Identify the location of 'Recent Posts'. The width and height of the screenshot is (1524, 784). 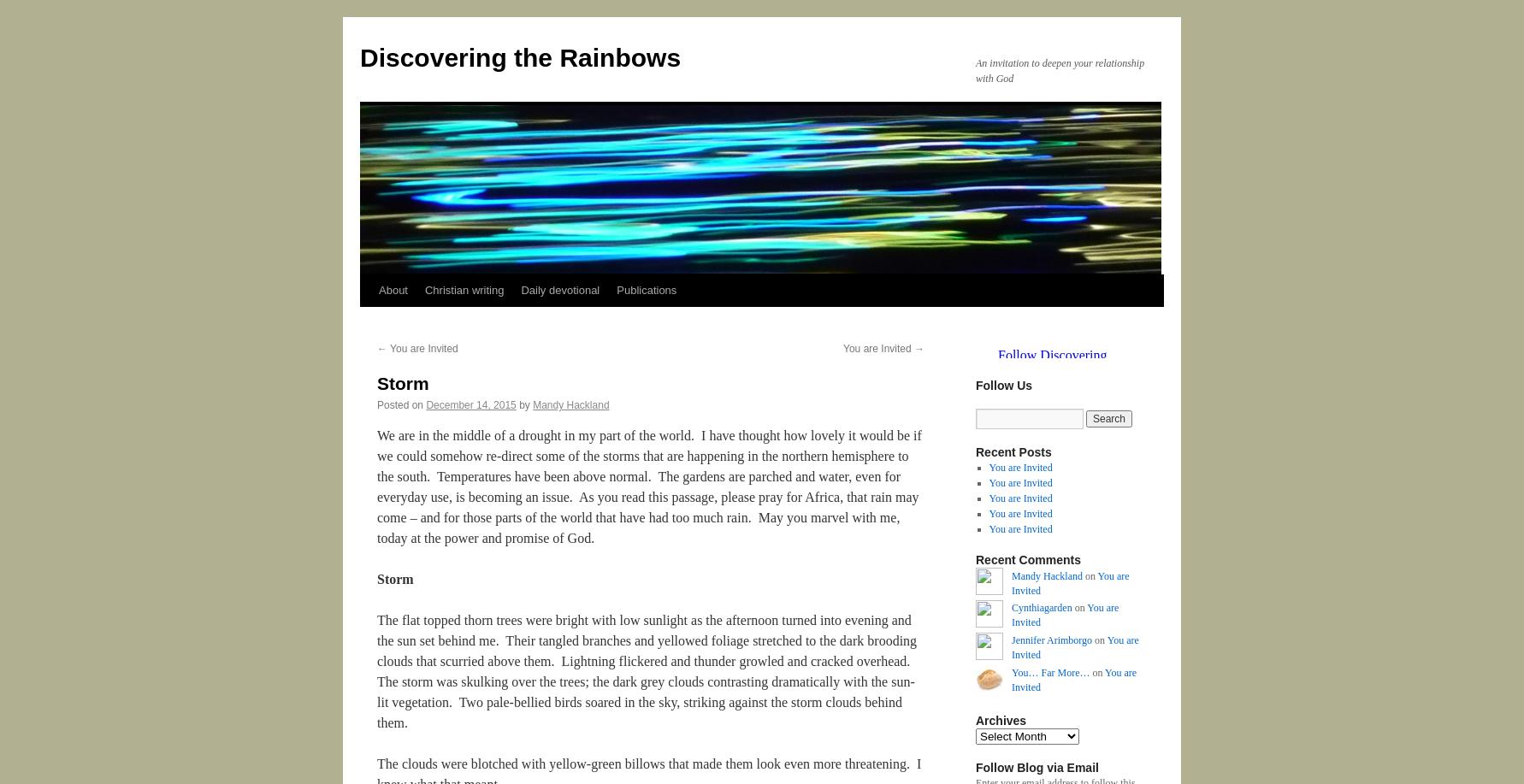
(976, 452).